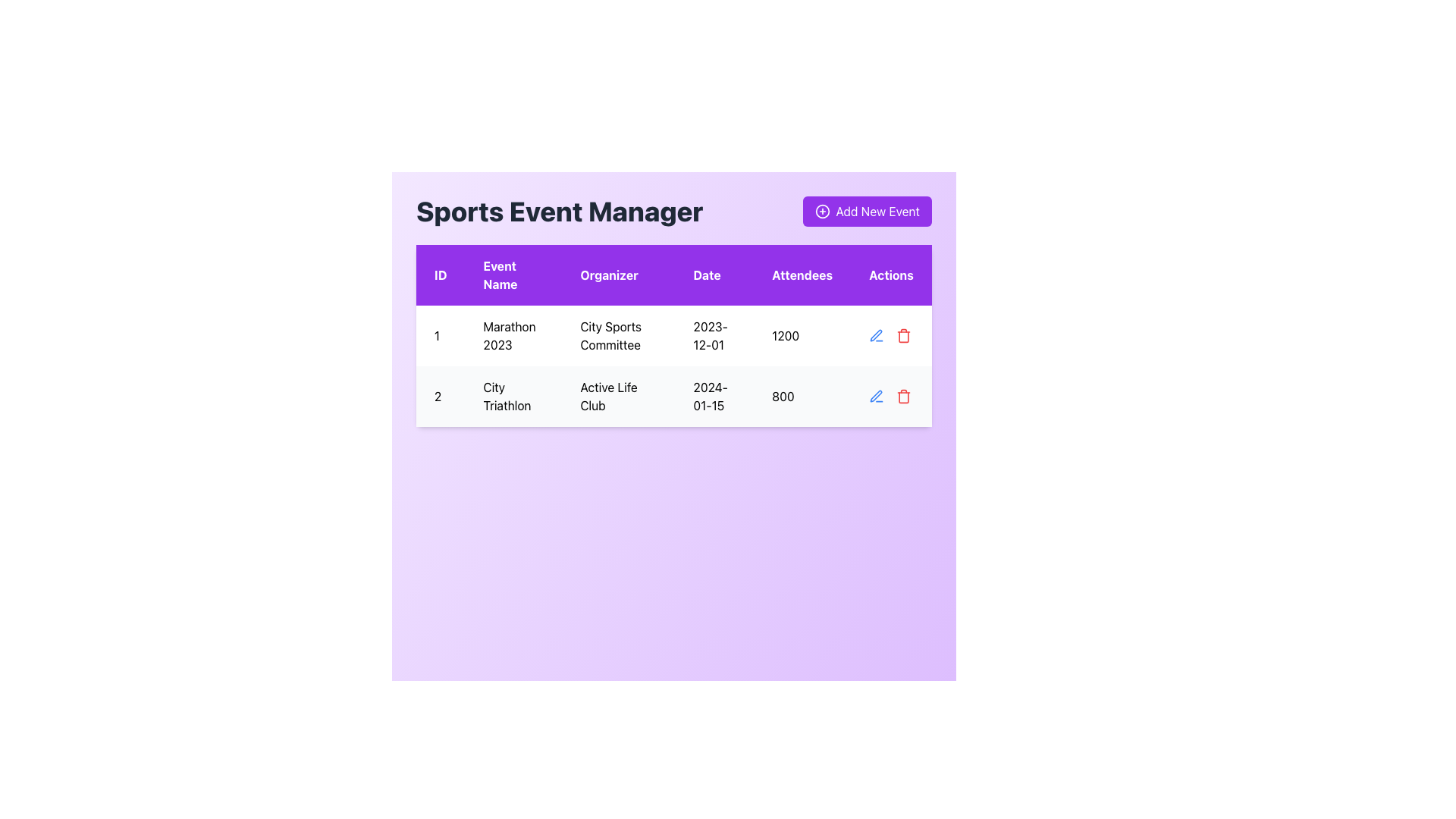 This screenshot has width=1456, height=819. I want to click on text 'ID' from the table header element styled with a purple background, located at the top-left position of the table in a grid layout, so click(440, 275).